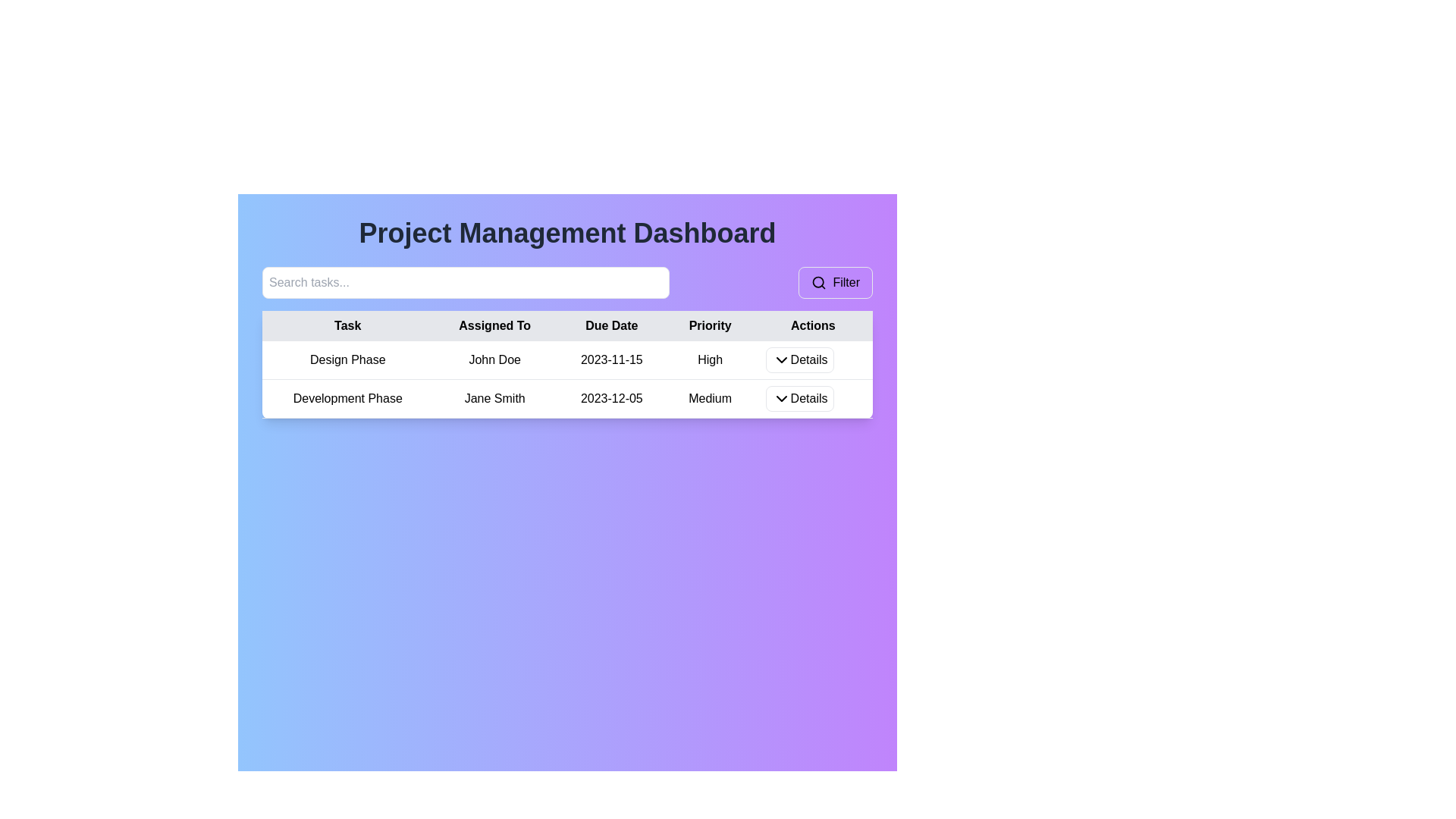  What do you see at coordinates (494, 397) in the screenshot?
I see `the static text element displaying 'Jane Smith' located in the second row of the table under the 'Assigned To' column` at bounding box center [494, 397].